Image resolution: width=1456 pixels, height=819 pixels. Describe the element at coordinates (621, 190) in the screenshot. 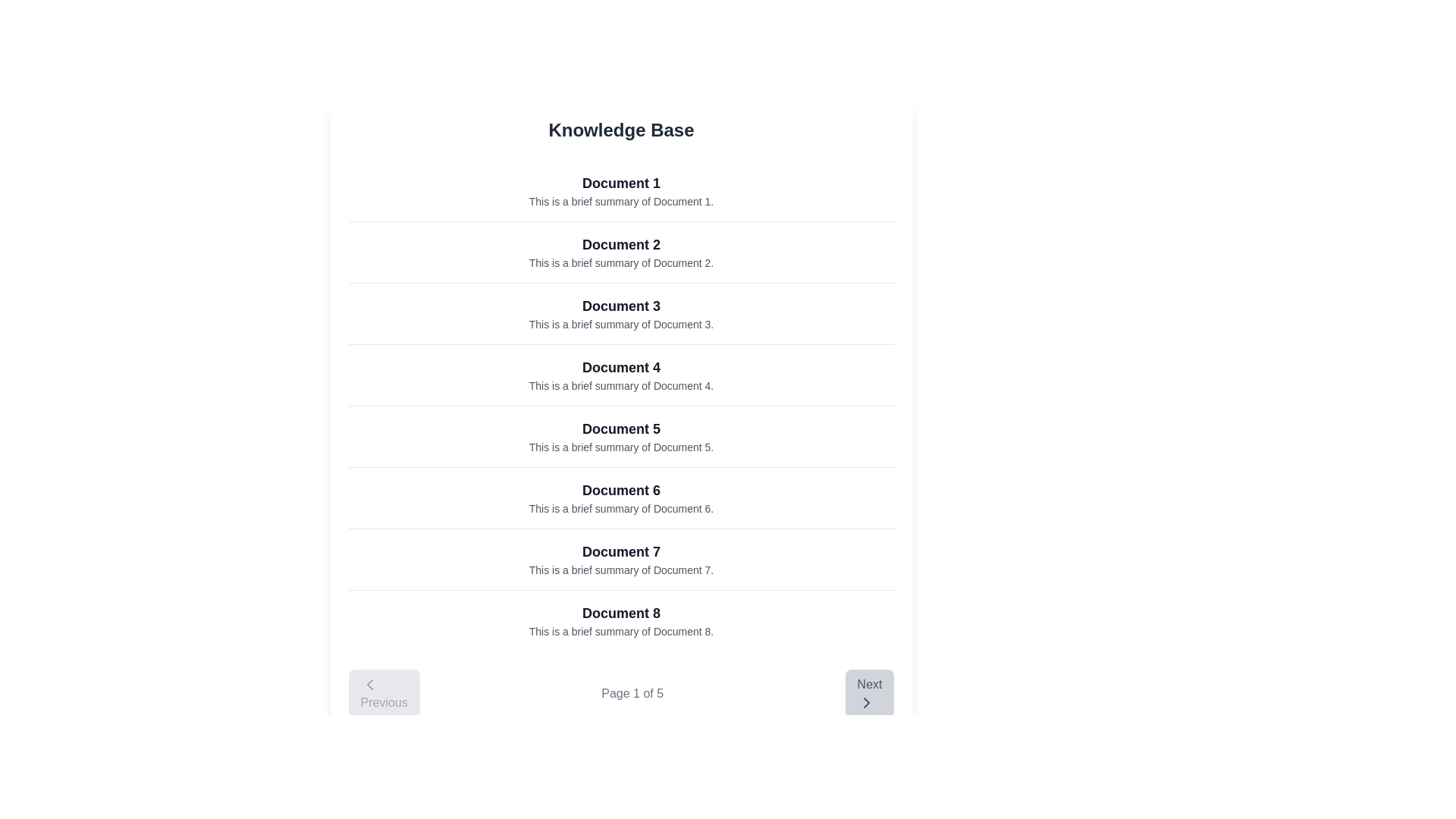

I see `the list item titled 'Document 1'` at that location.